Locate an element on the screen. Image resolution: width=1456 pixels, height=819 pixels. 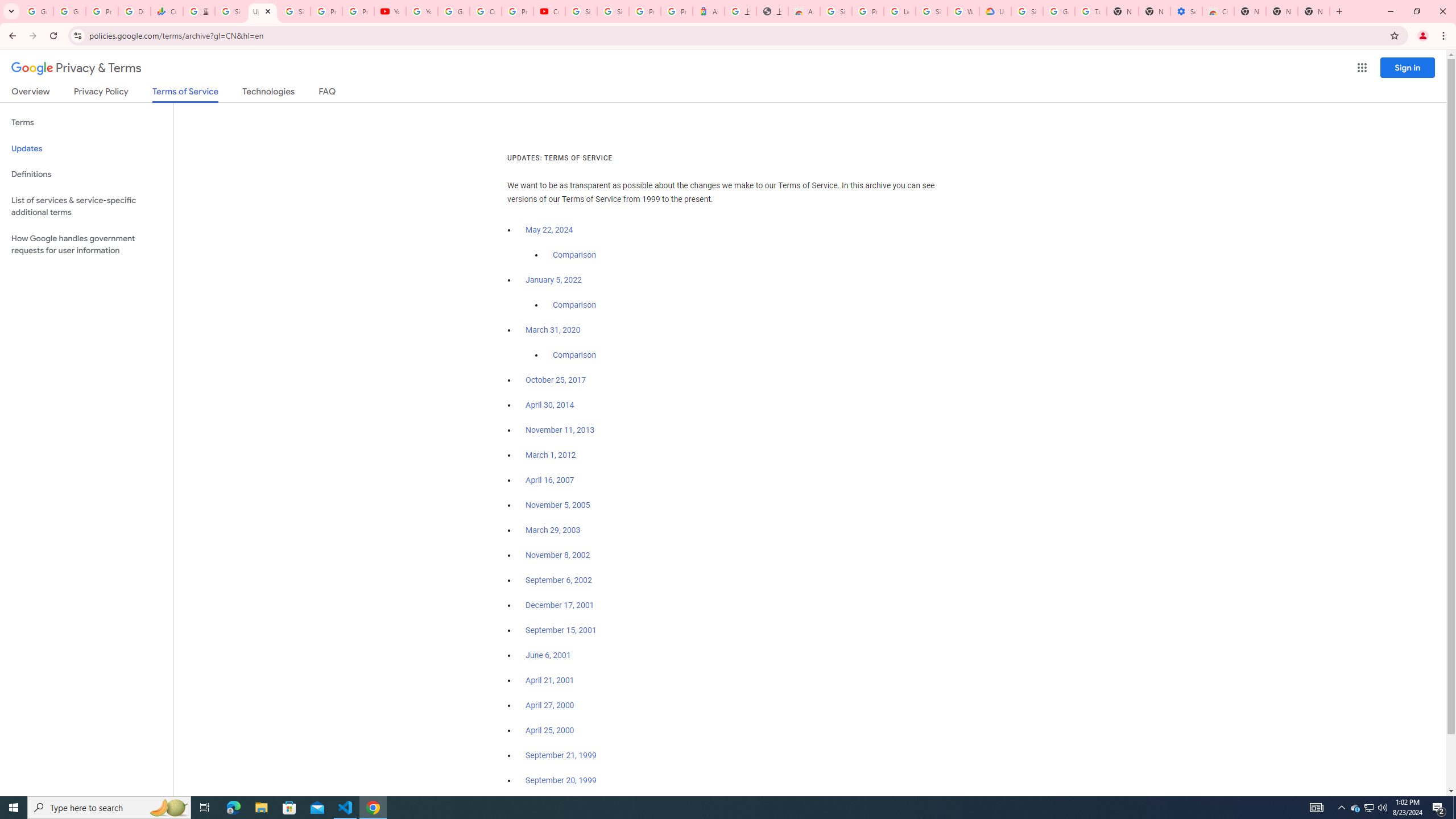
'October 25, 2017' is located at coordinates (556, 379).